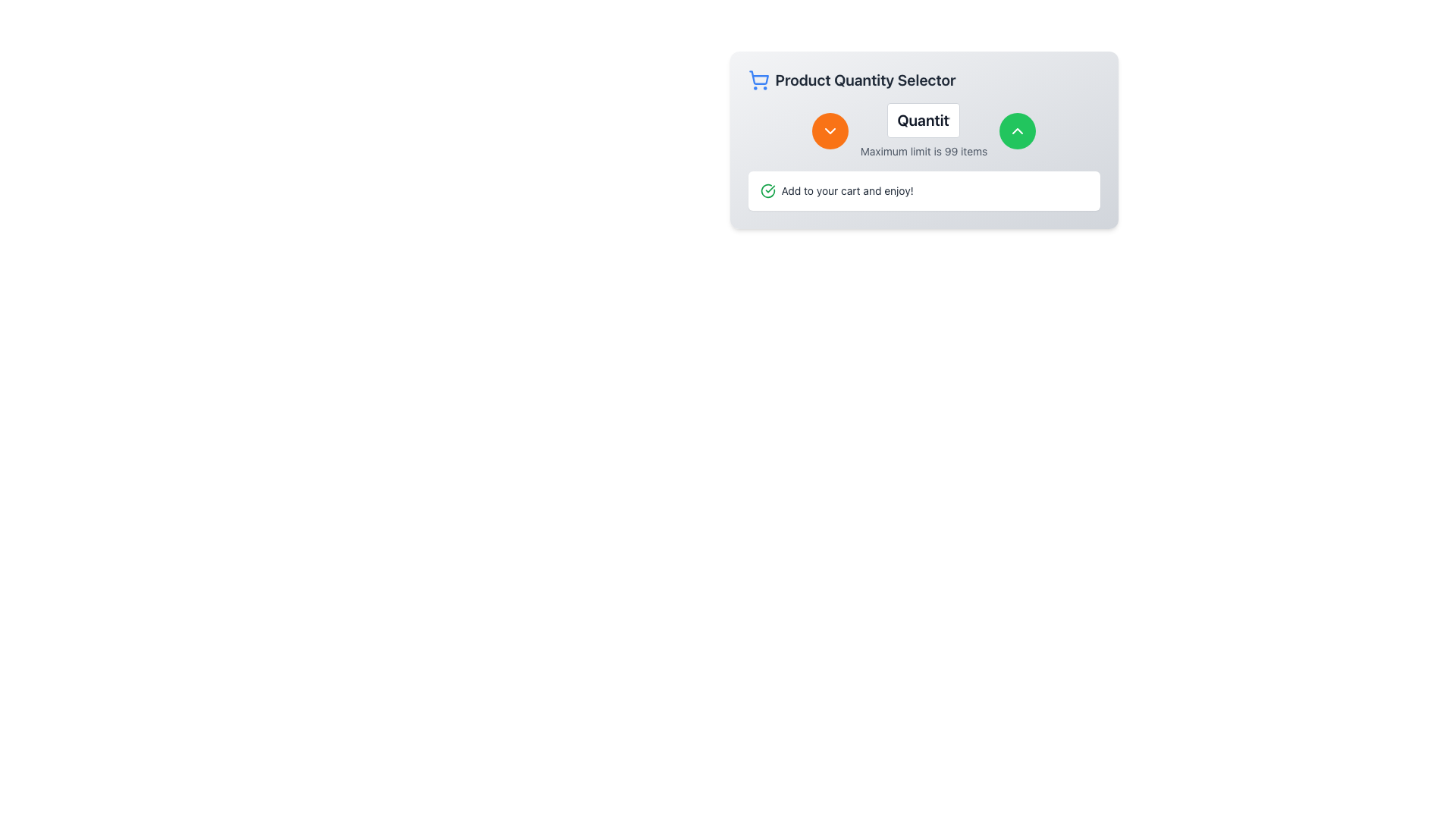 This screenshot has width=1456, height=819. Describe the element at coordinates (758, 77) in the screenshot. I see `the shopping cart vector icon, which is part of an SVG element and located near the top-left corner of the product quantity selector panel` at that location.